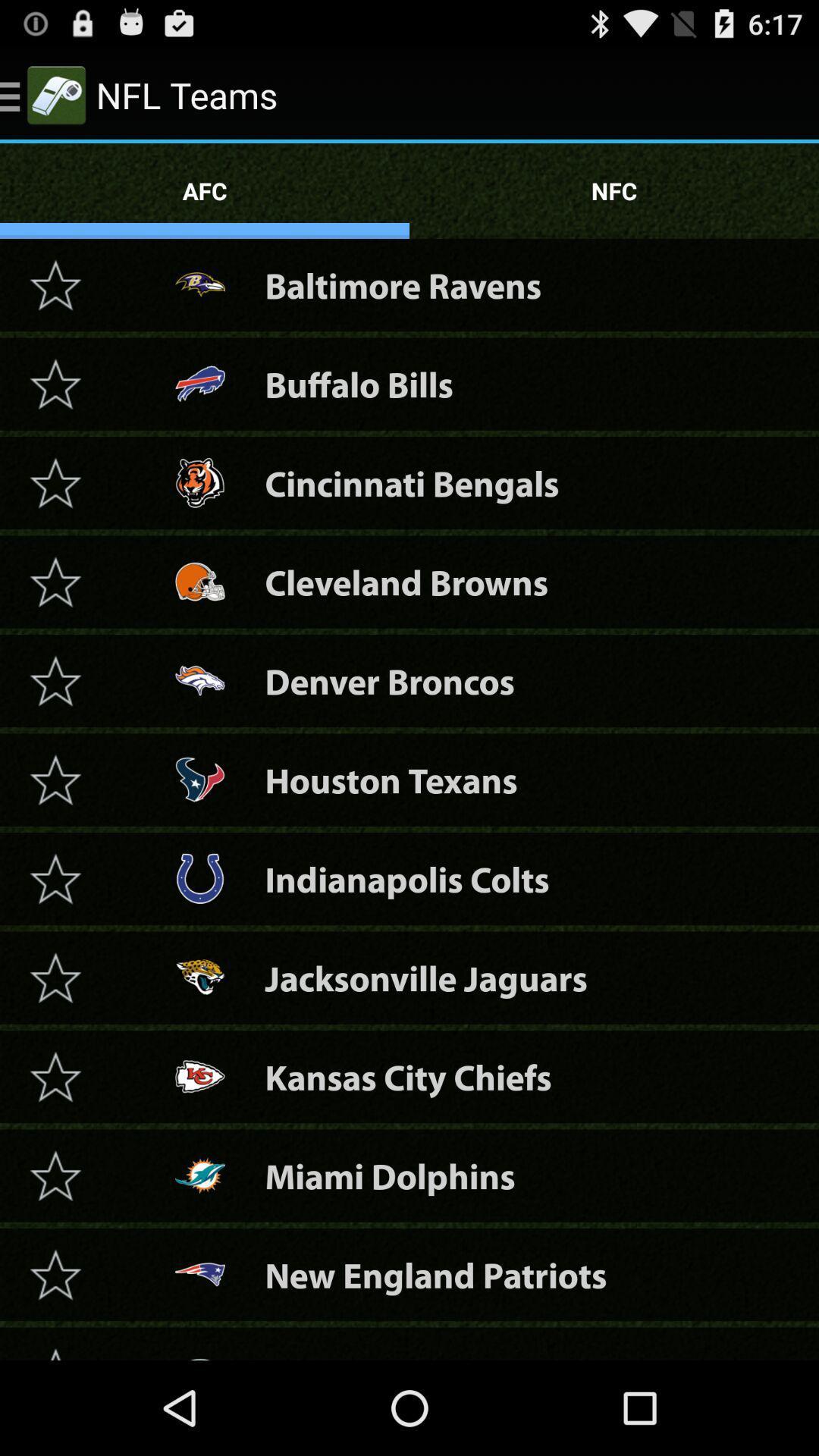  What do you see at coordinates (55, 1175) in the screenshot?
I see `the miami dolphins` at bounding box center [55, 1175].